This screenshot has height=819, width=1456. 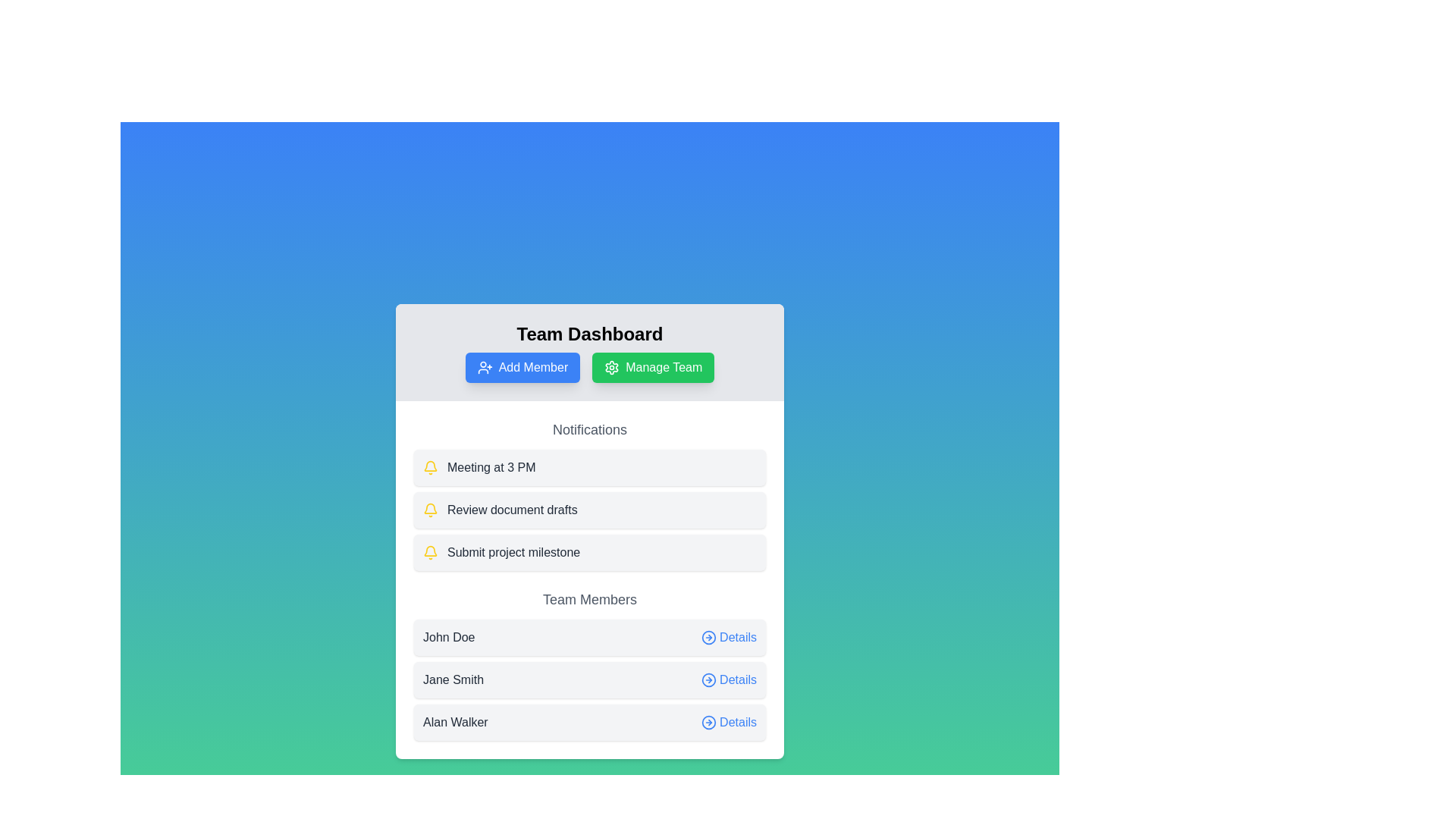 I want to click on the arrow icon associated with the 'Details' button for 'Jane Smith' in the 'Team Members' section, so click(x=708, y=679).